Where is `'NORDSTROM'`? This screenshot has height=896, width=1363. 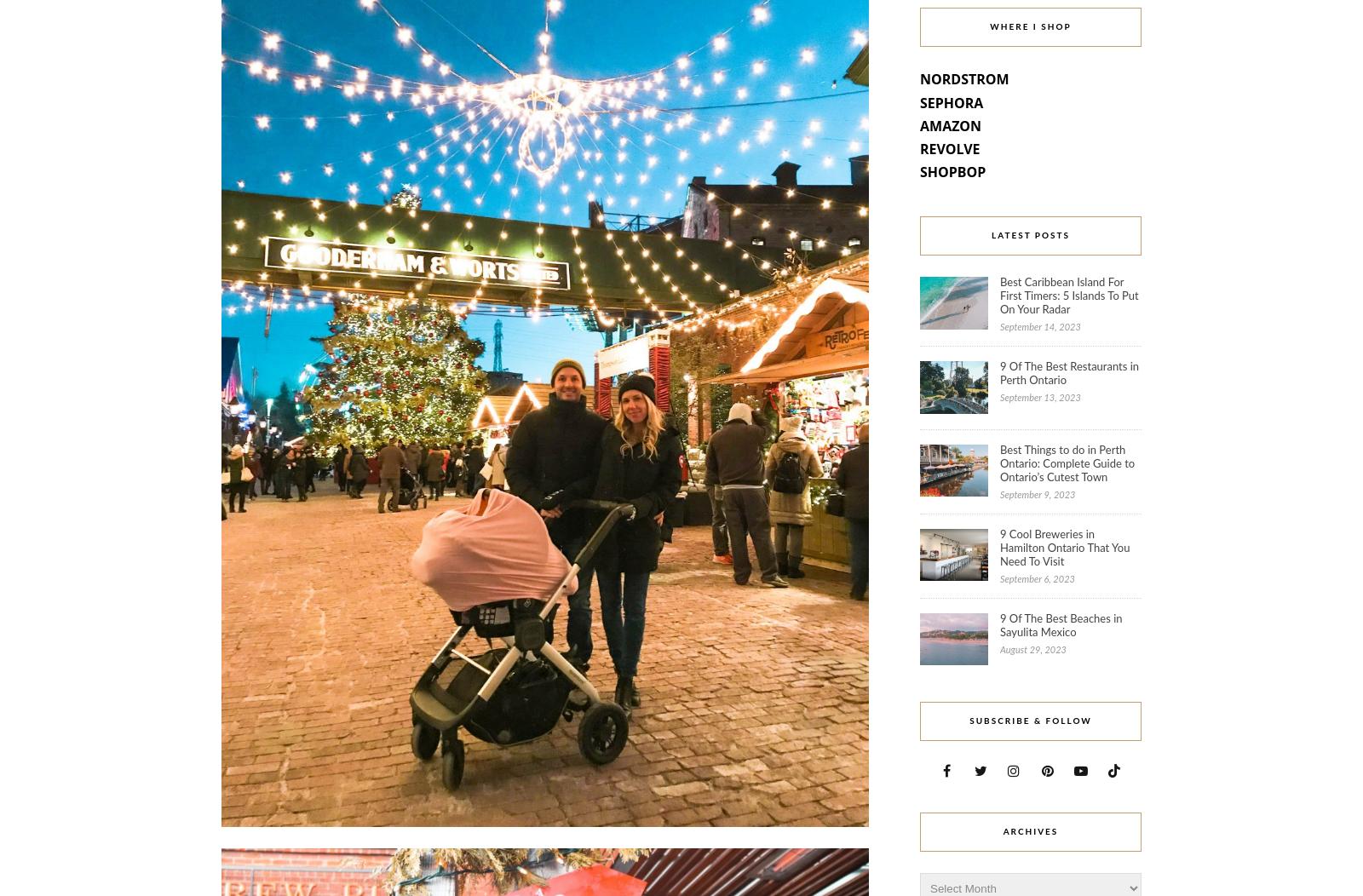 'NORDSTROM' is located at coordinates (920, 78).